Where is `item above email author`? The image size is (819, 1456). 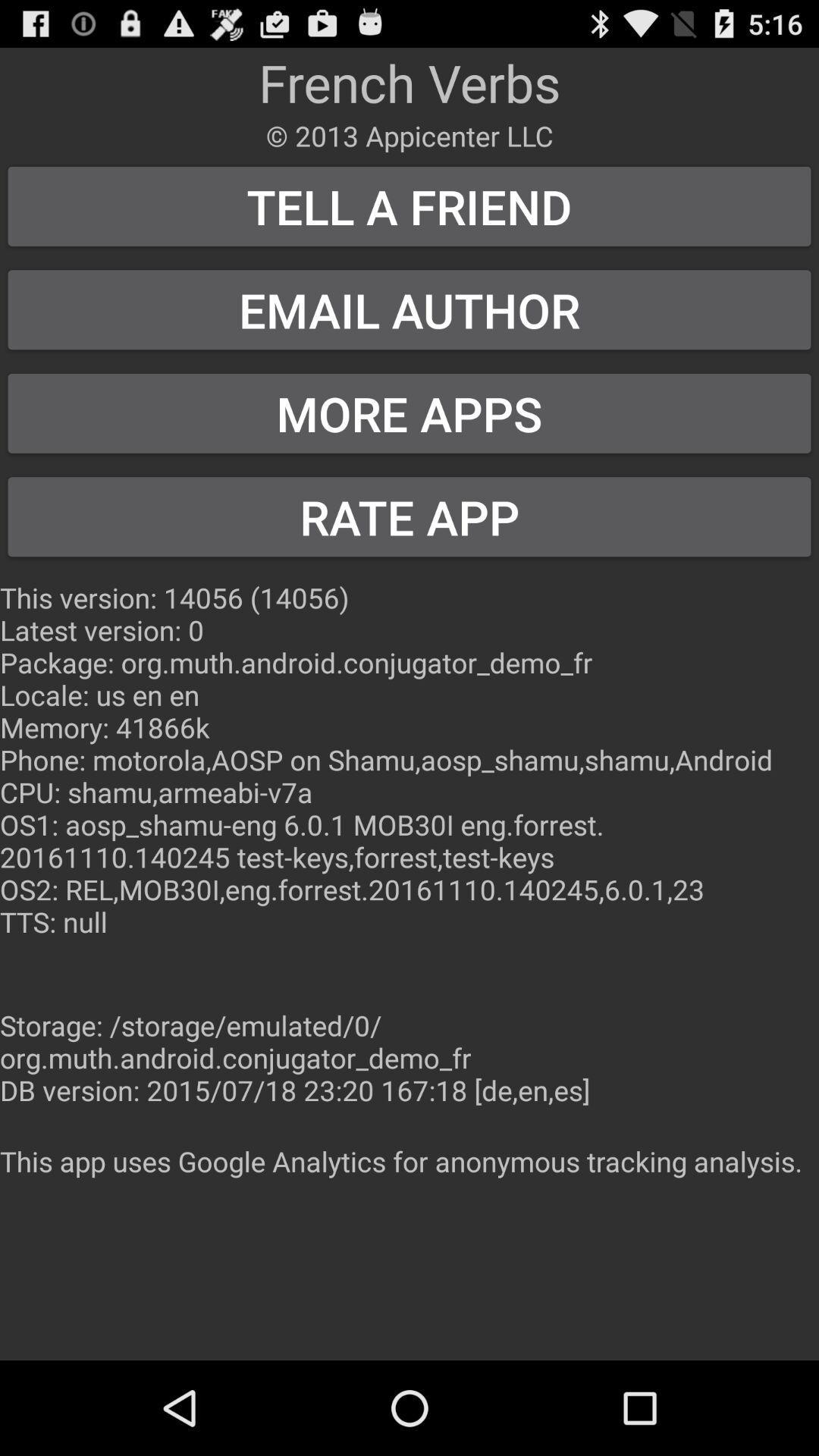 item above email author is located at coordinates (409, 206).